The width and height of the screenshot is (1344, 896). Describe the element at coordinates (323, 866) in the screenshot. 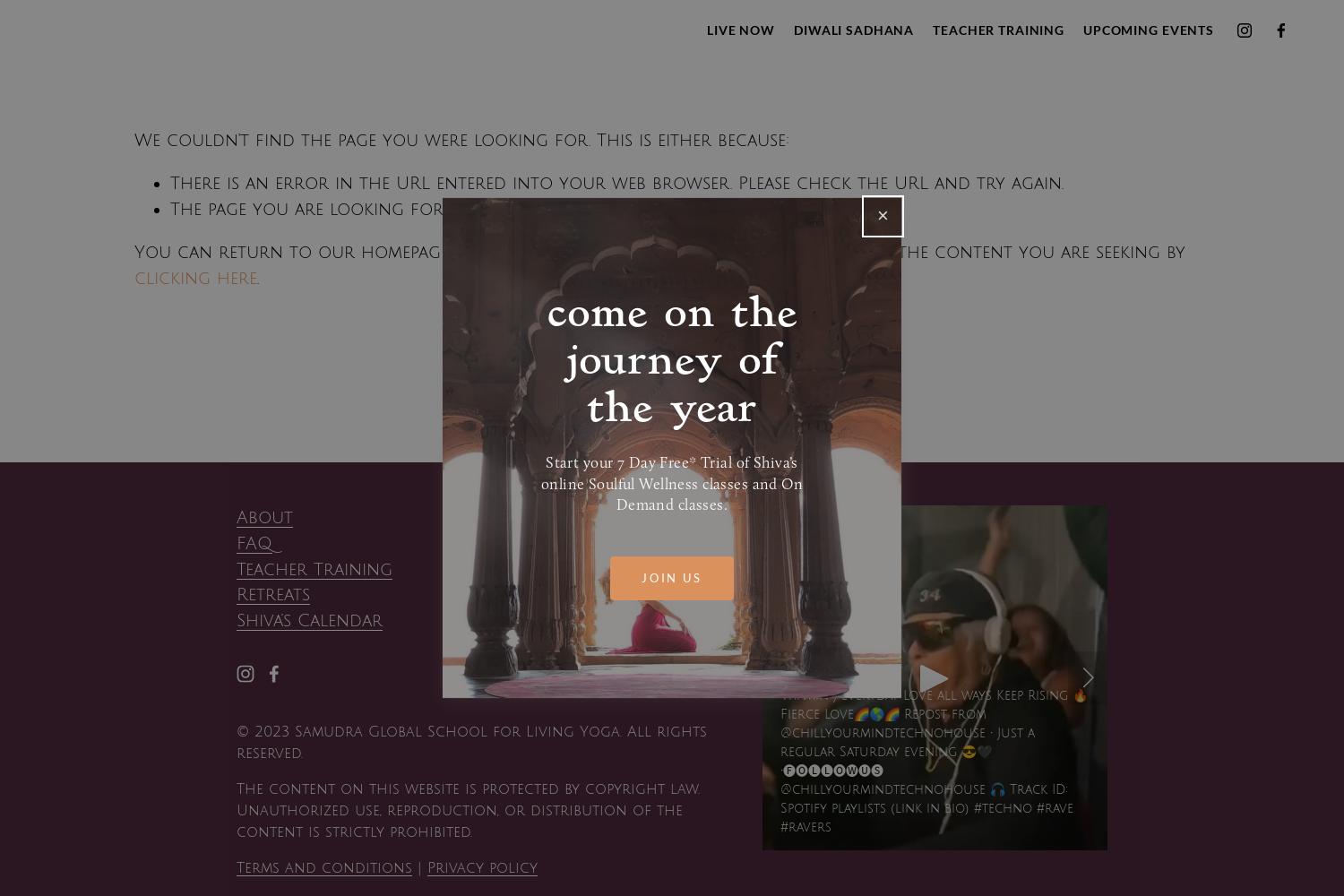

I see `'Terms and conditions'` at that location.